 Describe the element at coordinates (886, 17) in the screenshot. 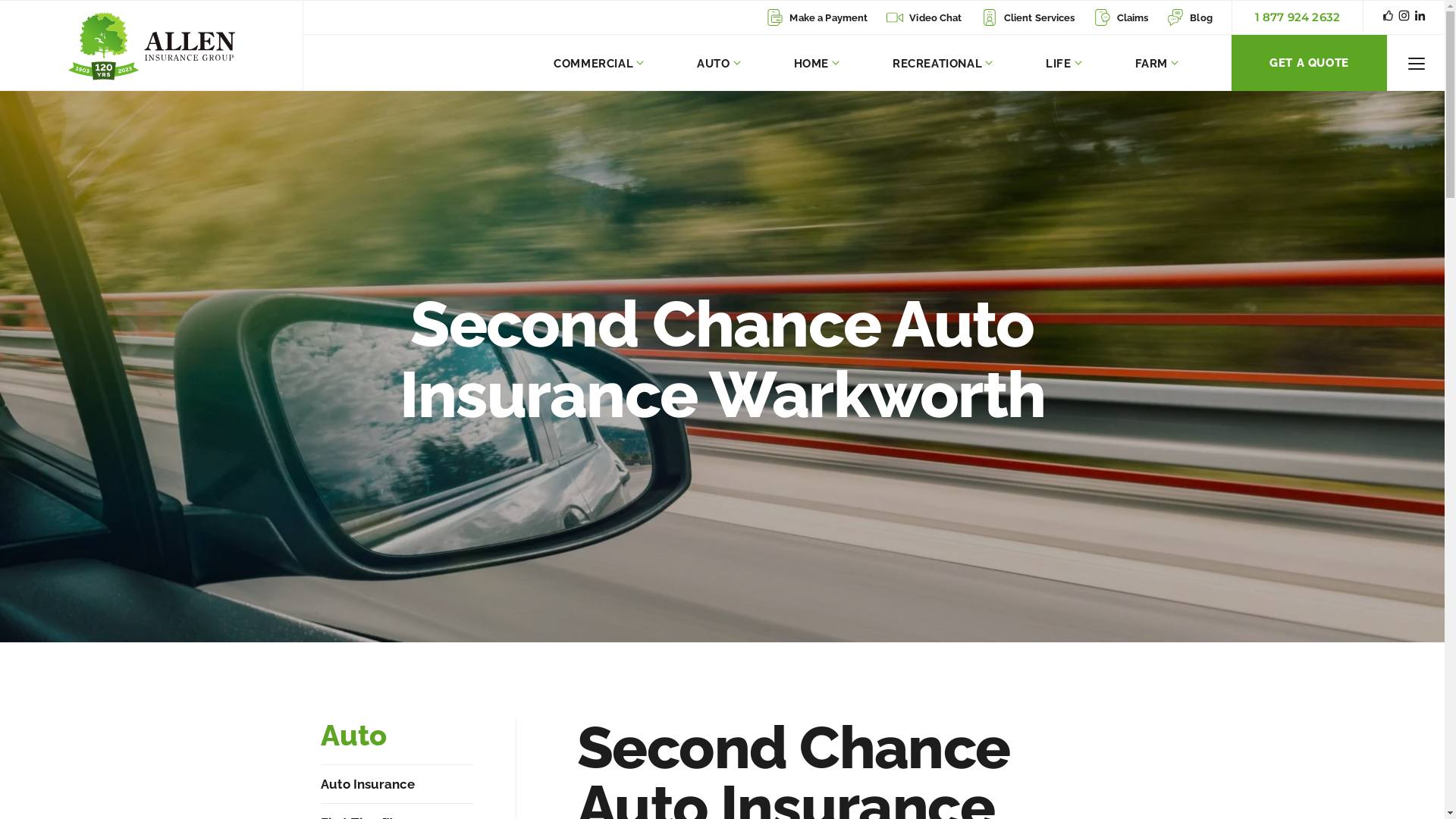

I see `'Video Chat'` at that location.